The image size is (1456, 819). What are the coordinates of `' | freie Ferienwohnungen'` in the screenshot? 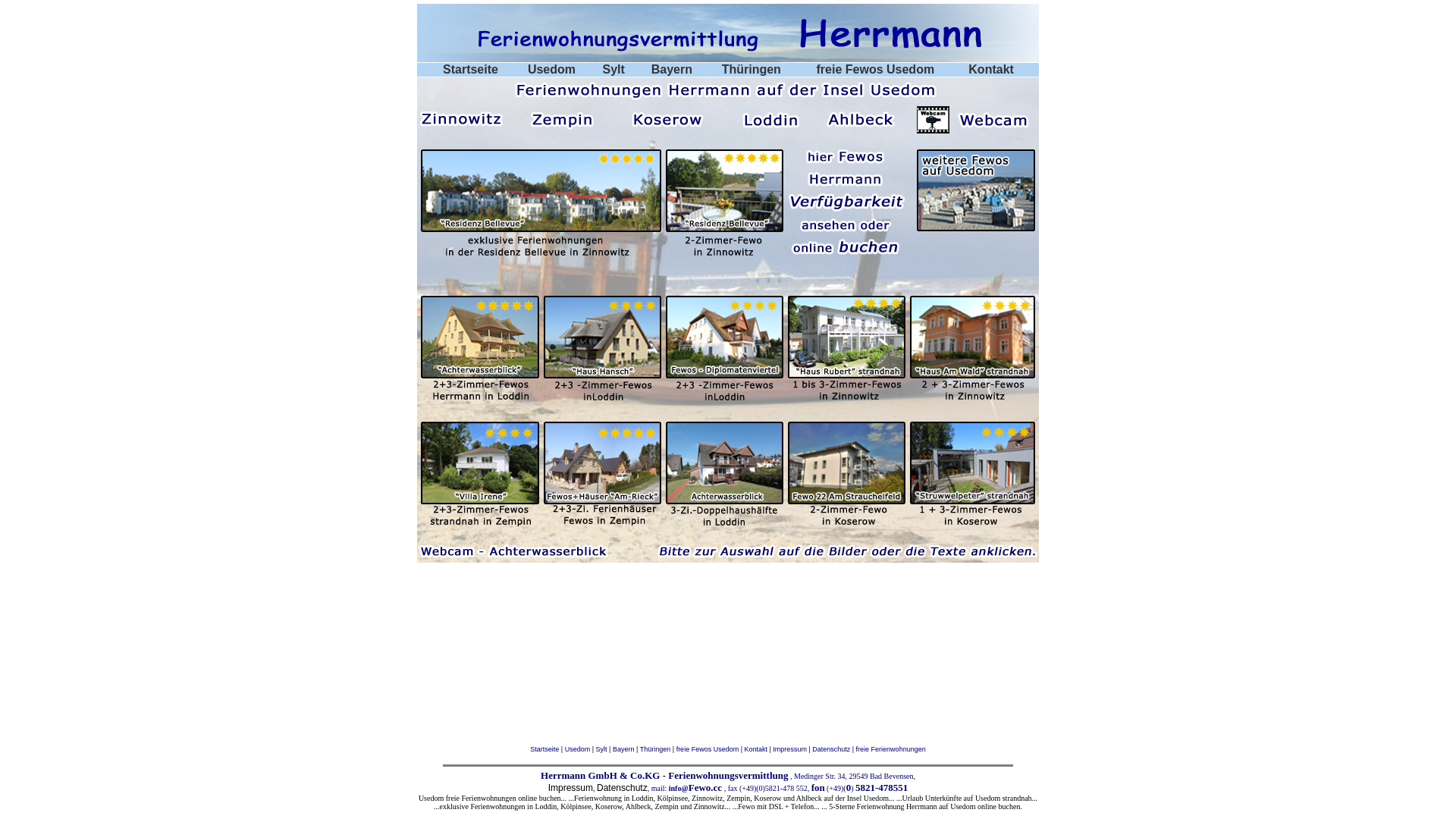 It's located at (887, 748).